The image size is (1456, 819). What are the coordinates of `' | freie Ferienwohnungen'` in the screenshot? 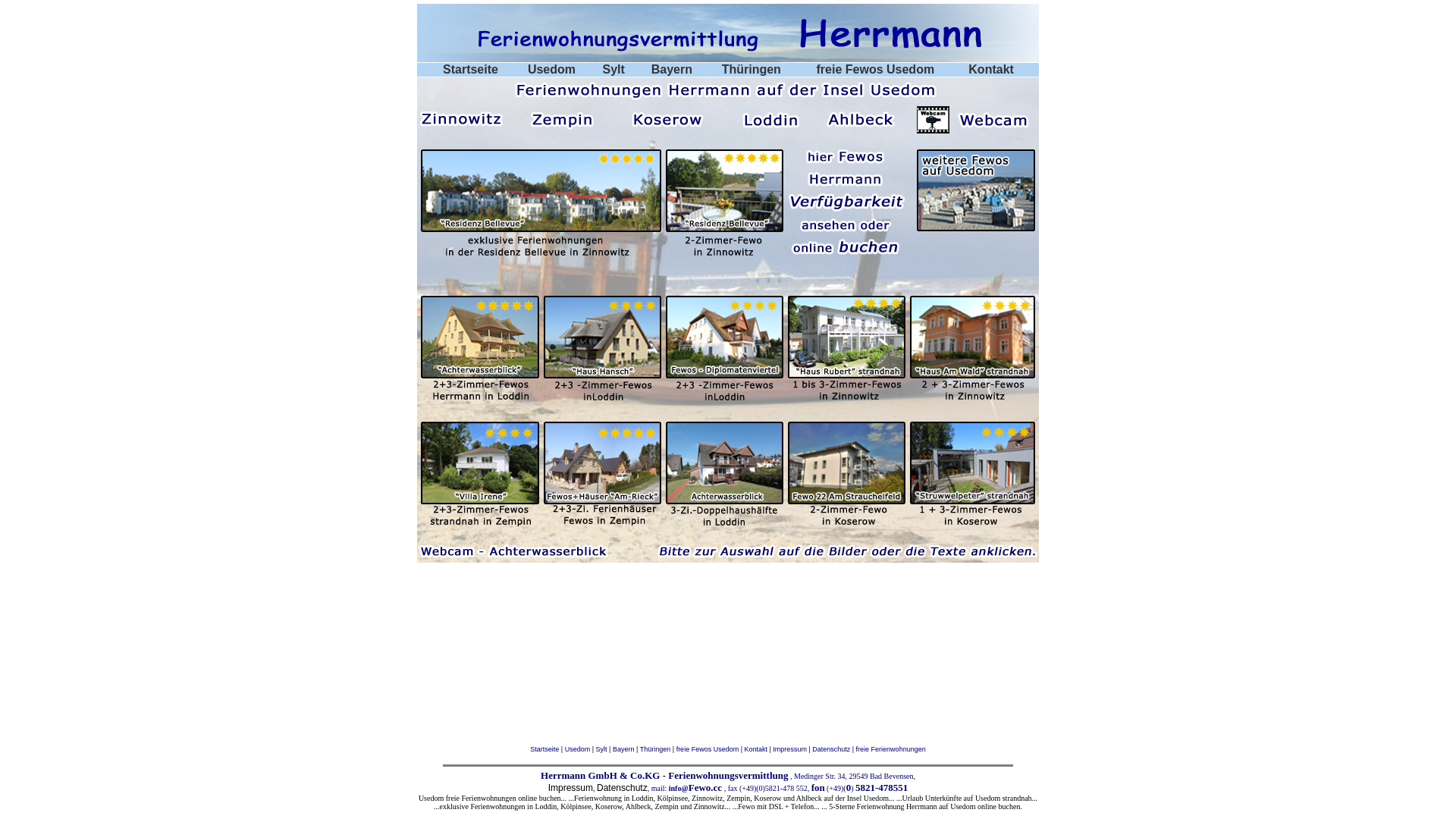 It's located at (887, 748).